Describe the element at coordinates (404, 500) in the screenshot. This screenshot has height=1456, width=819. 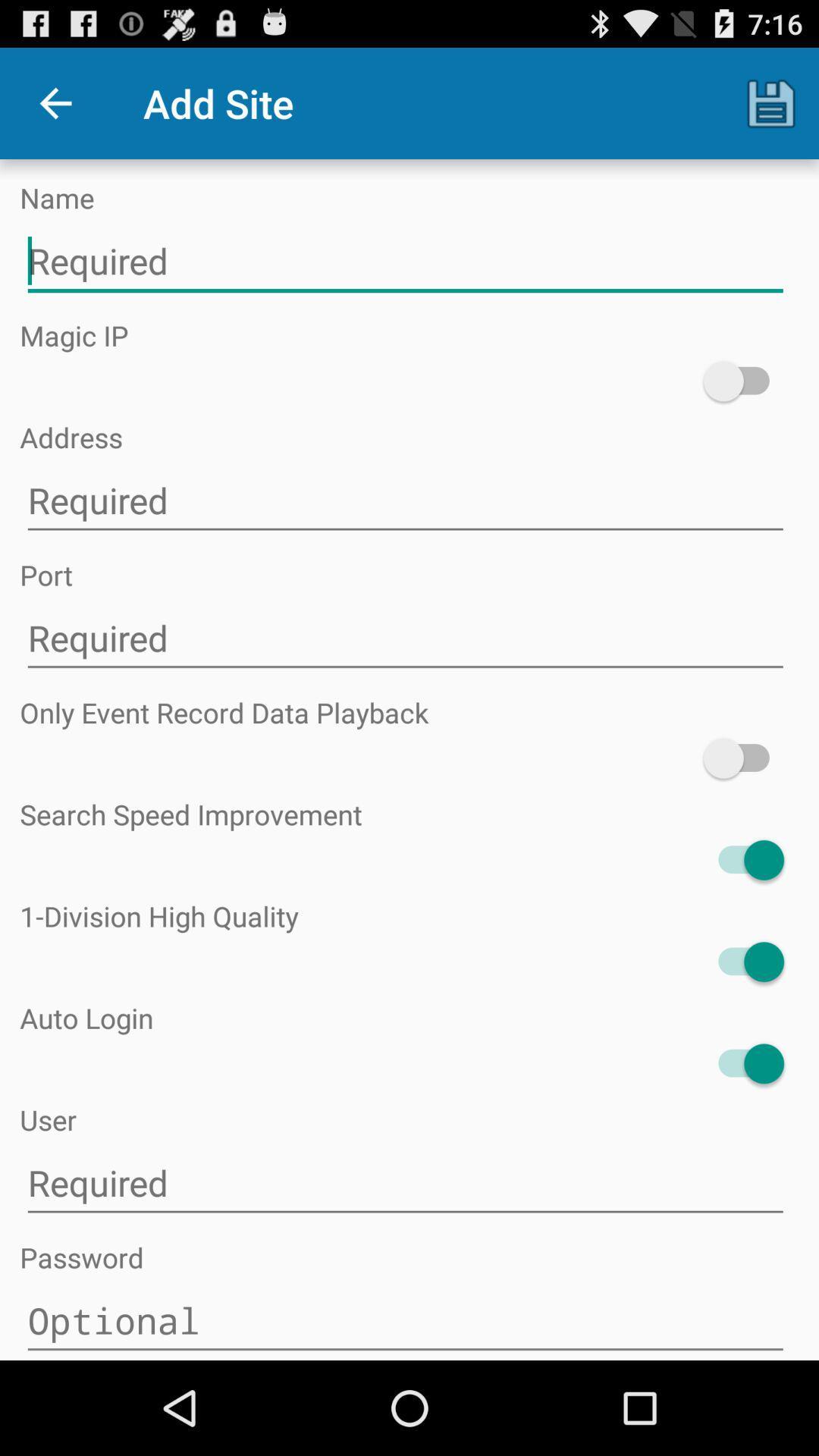
I see `required address field` at that location.